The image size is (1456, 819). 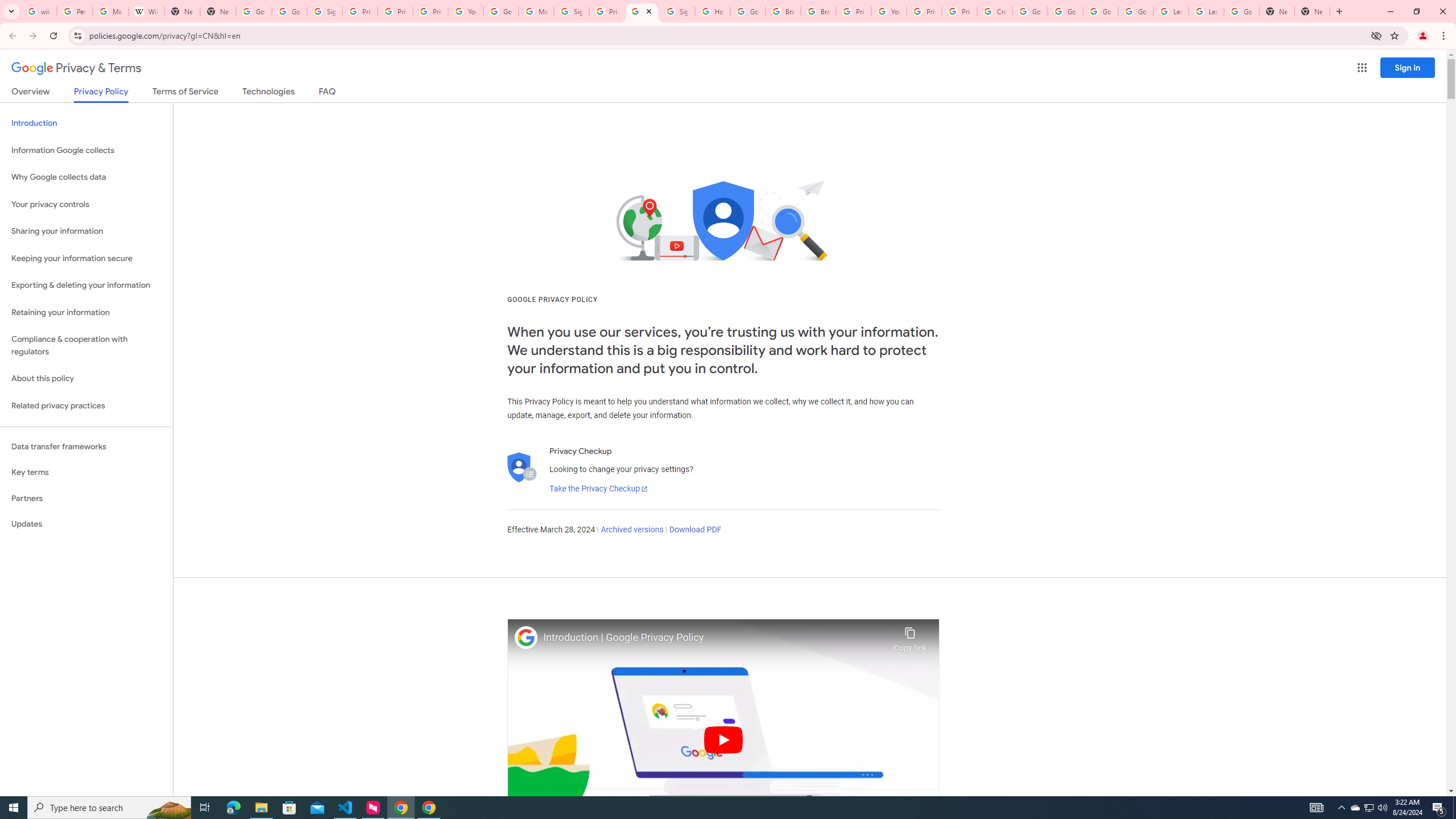 I want to click on 'Create your Google Account', so click(x=994, y=11).